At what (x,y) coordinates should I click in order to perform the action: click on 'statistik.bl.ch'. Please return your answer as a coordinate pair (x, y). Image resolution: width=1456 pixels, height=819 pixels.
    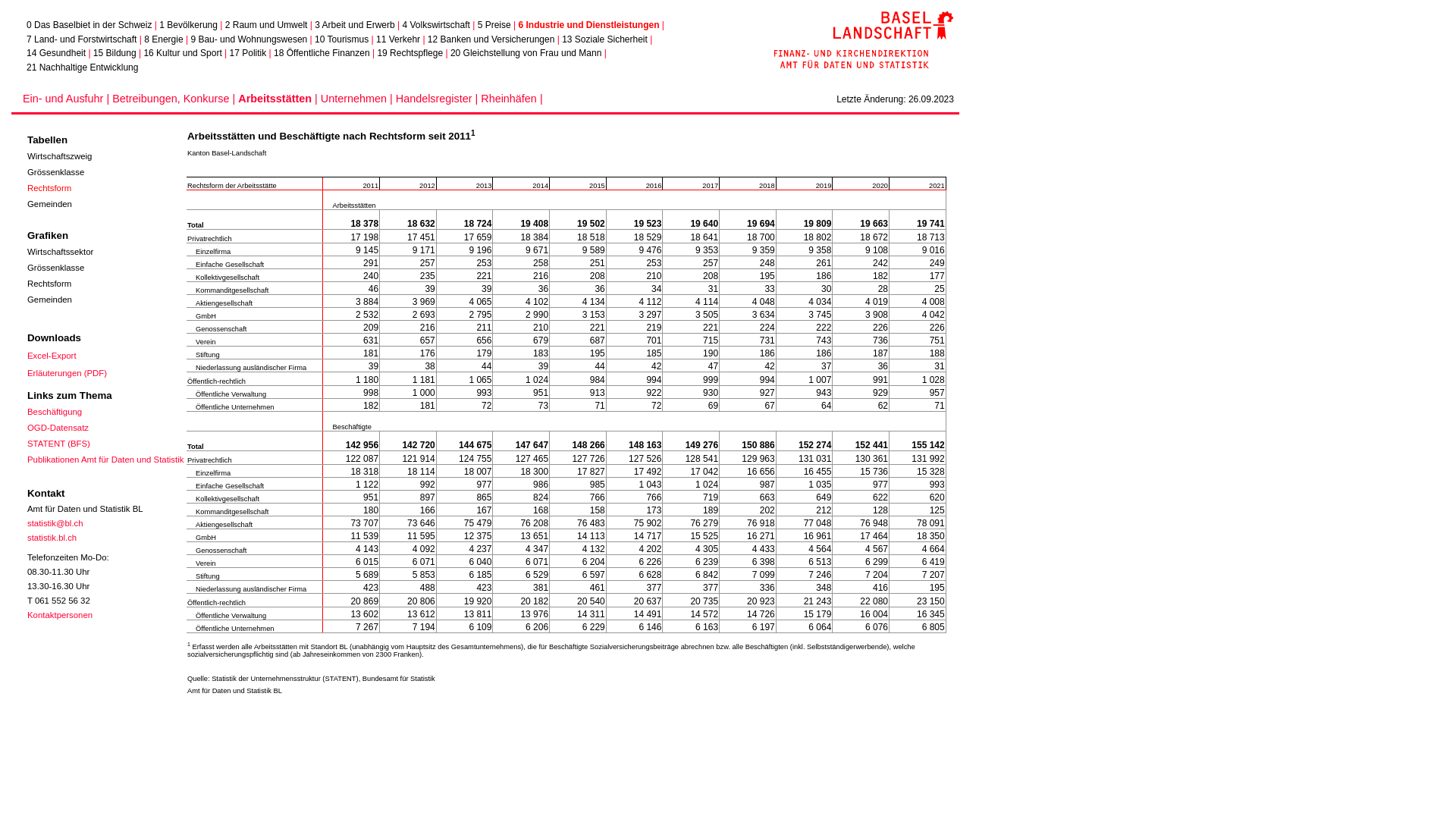
    Looking at the image, I should click on (52, 537).